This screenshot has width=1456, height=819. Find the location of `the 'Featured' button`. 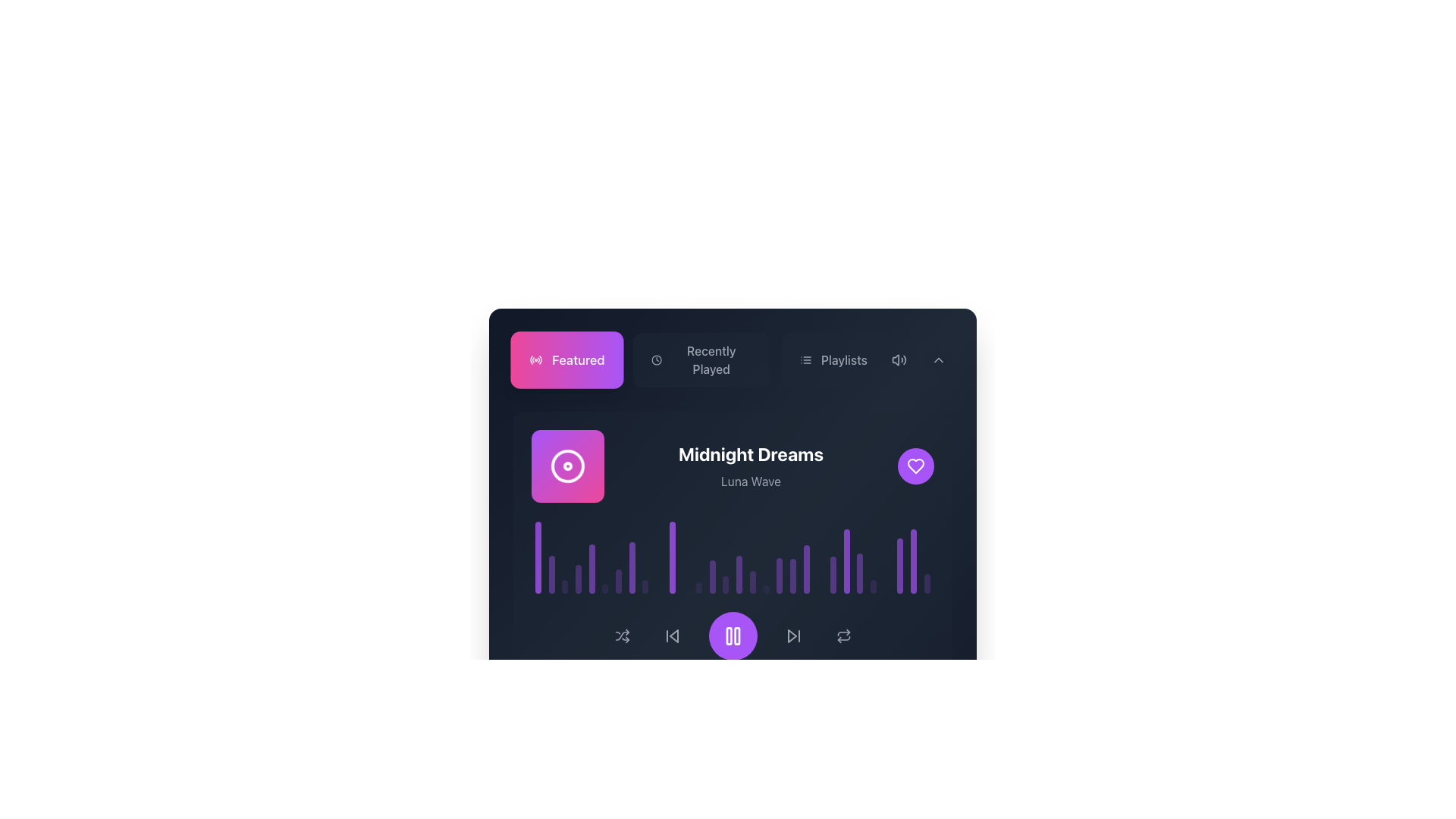

the 'Featured' button is located at coordinates (566, 359).